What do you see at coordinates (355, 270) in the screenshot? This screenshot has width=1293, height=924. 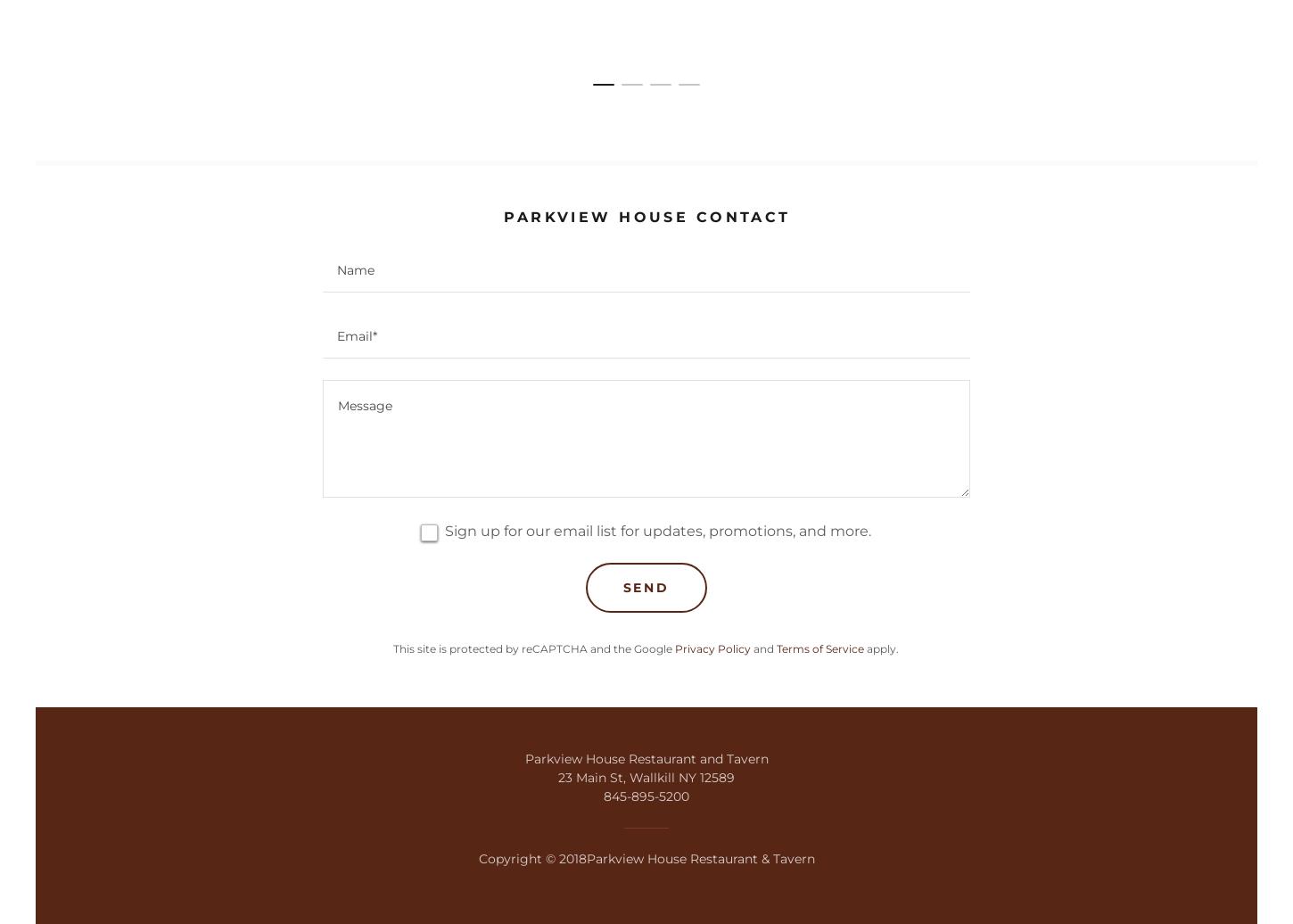 I see `'Name'` at bounding box center [355, 270].